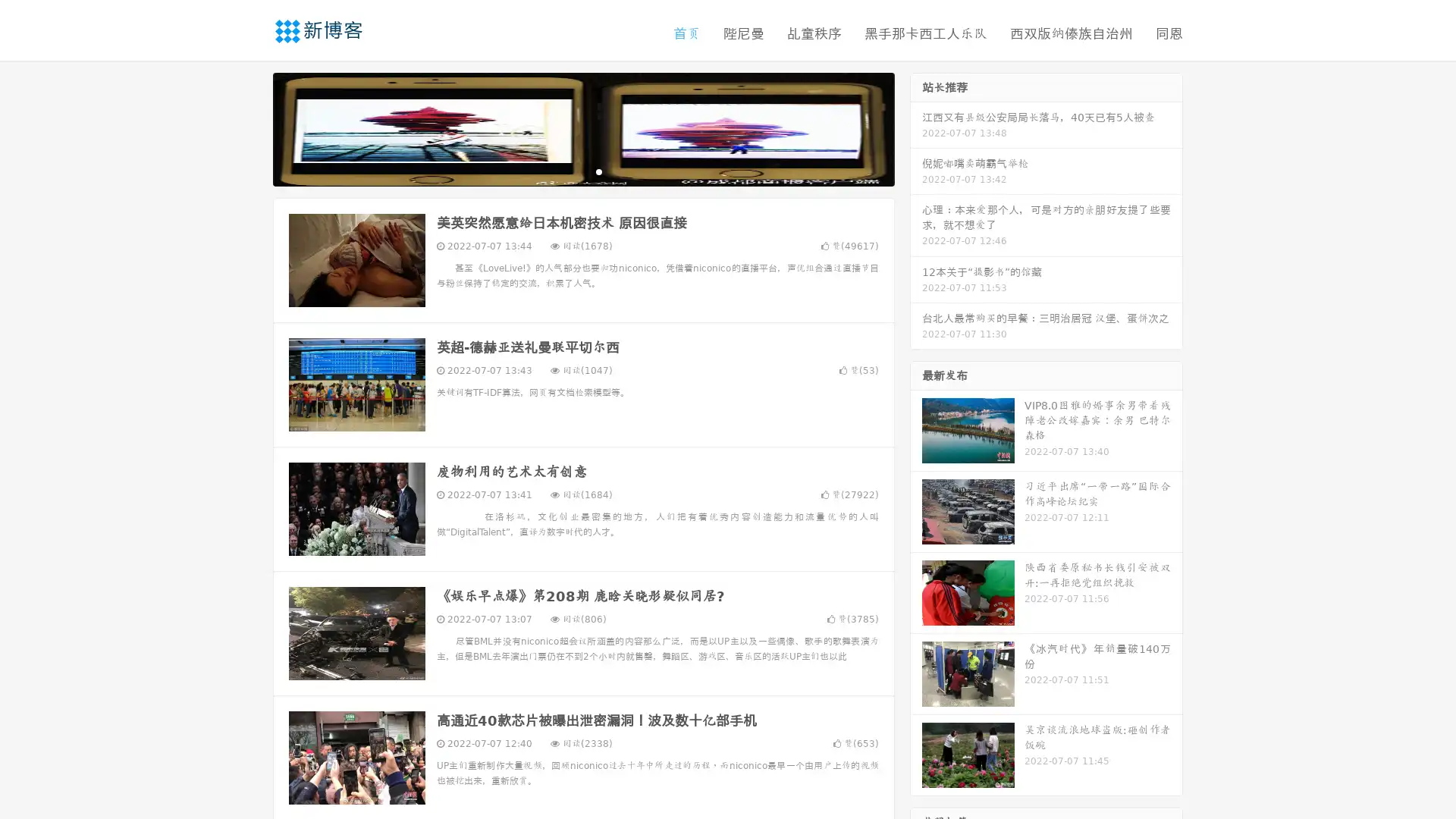 This screenshot has width=1456, height=819. What do you see at coordinates (598, 171) in the screenshot?
I see `Go to slide 3` at bounding box center [598, 171].